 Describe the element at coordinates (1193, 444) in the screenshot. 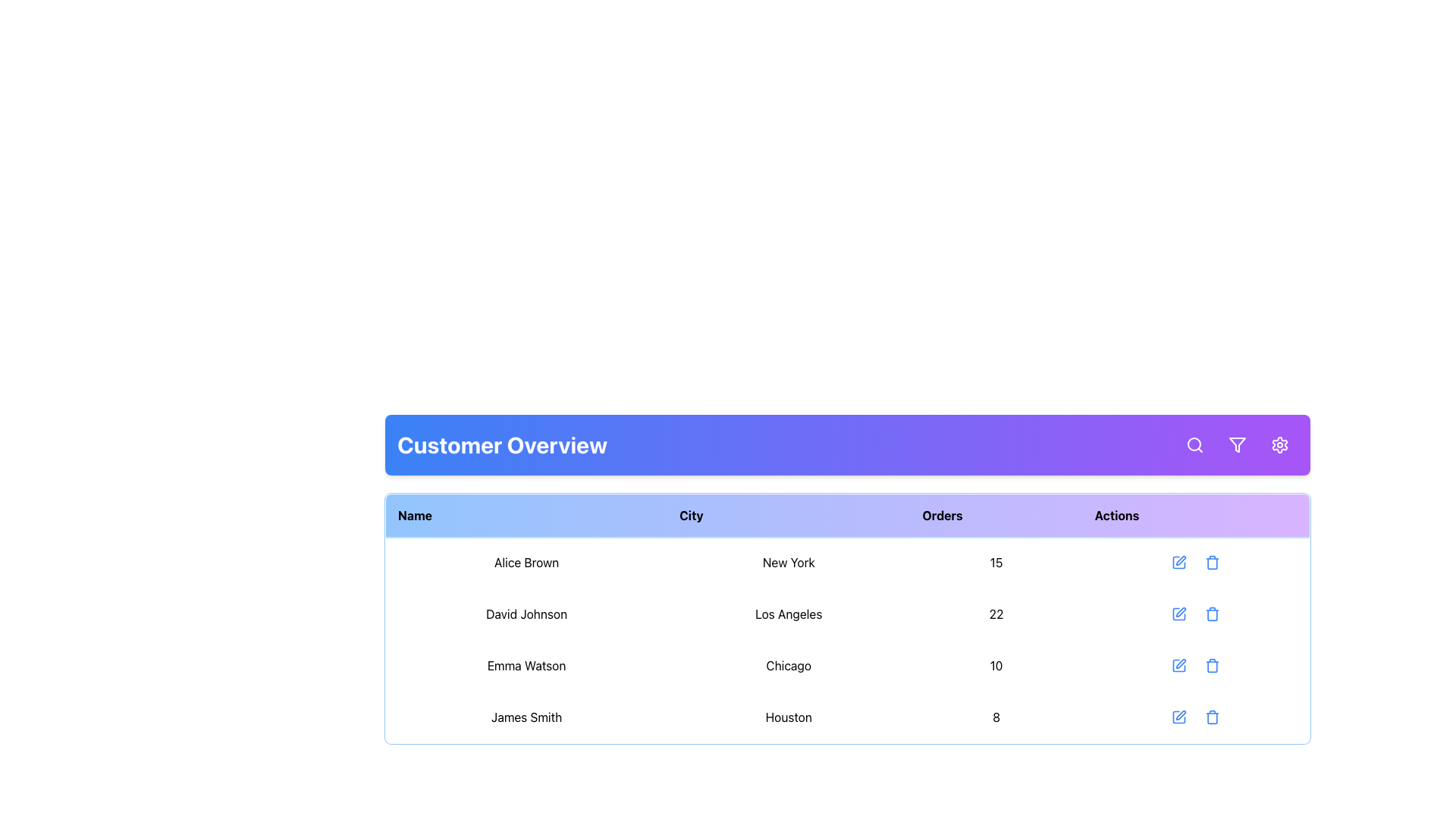

I see `the circular component of the magnifying glass icon in the toolbar` at that location.